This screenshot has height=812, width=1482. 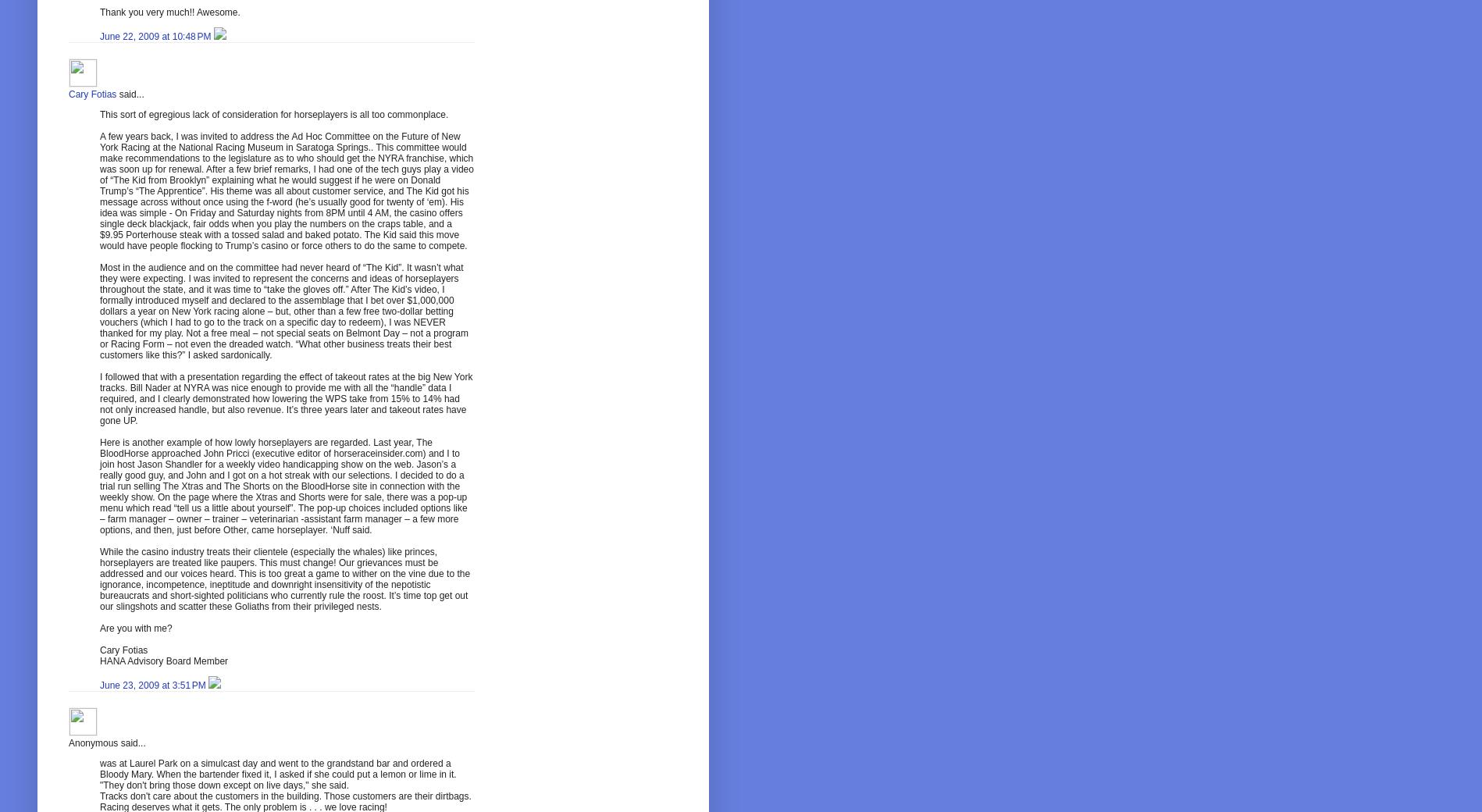 I want to click on 'Anonymous
said...', so click(x=107, y=743).